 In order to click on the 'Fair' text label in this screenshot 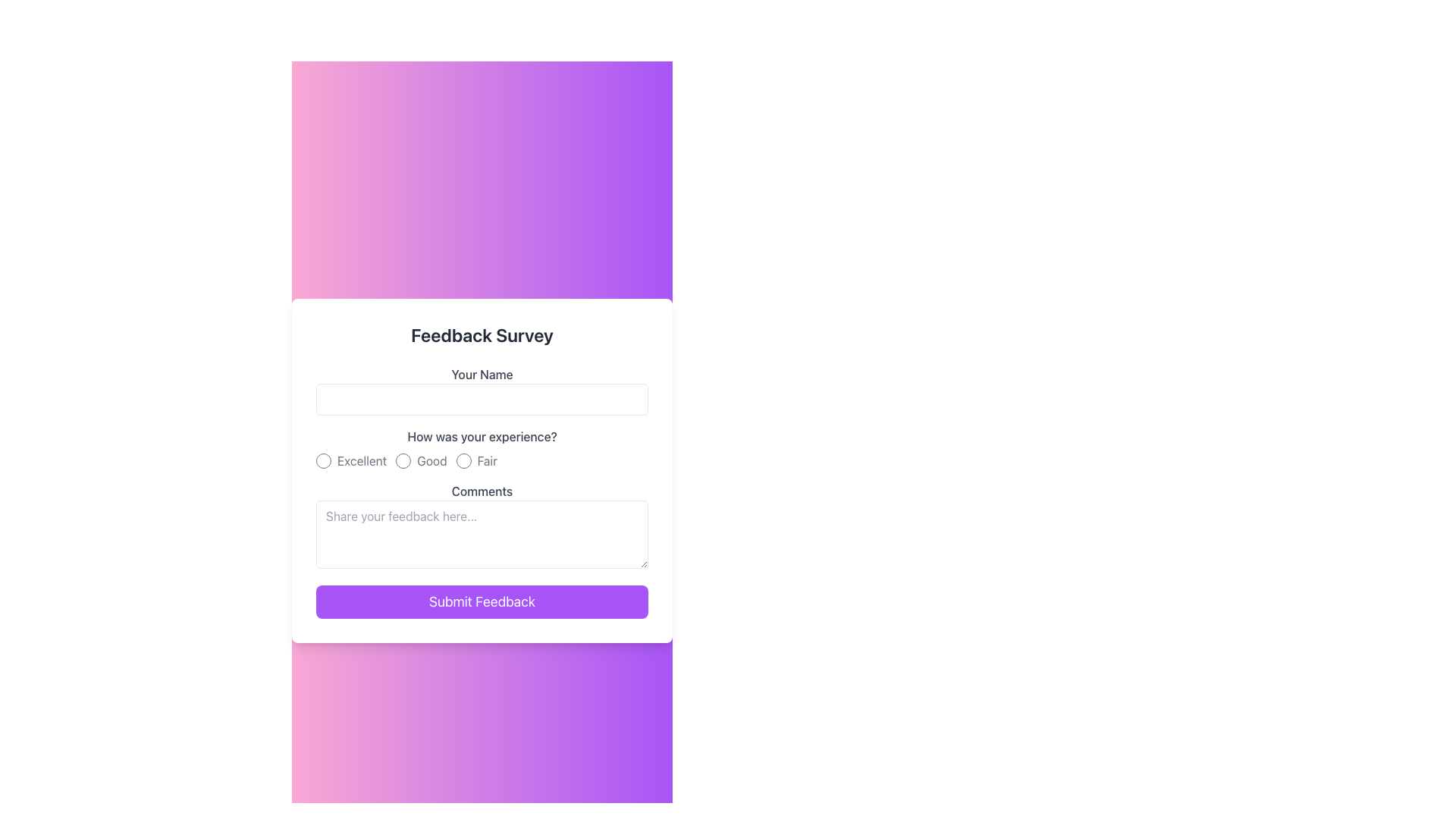, I will do `click(475, 460)`.